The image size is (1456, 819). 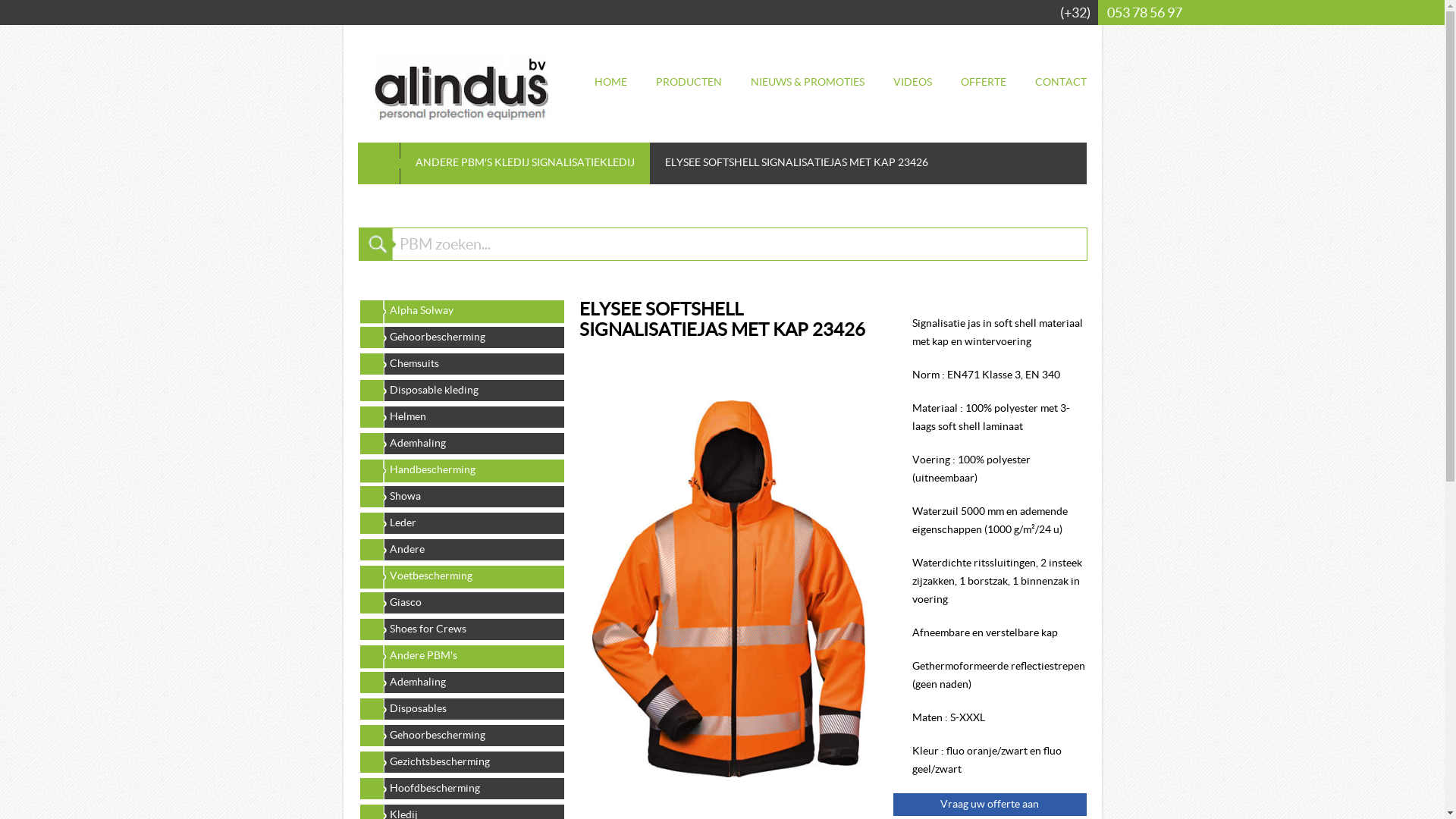 What do you see at coordinates (356, 708) in the screenshot?
I see `'Disposables'` at bounding box center [356, 708].